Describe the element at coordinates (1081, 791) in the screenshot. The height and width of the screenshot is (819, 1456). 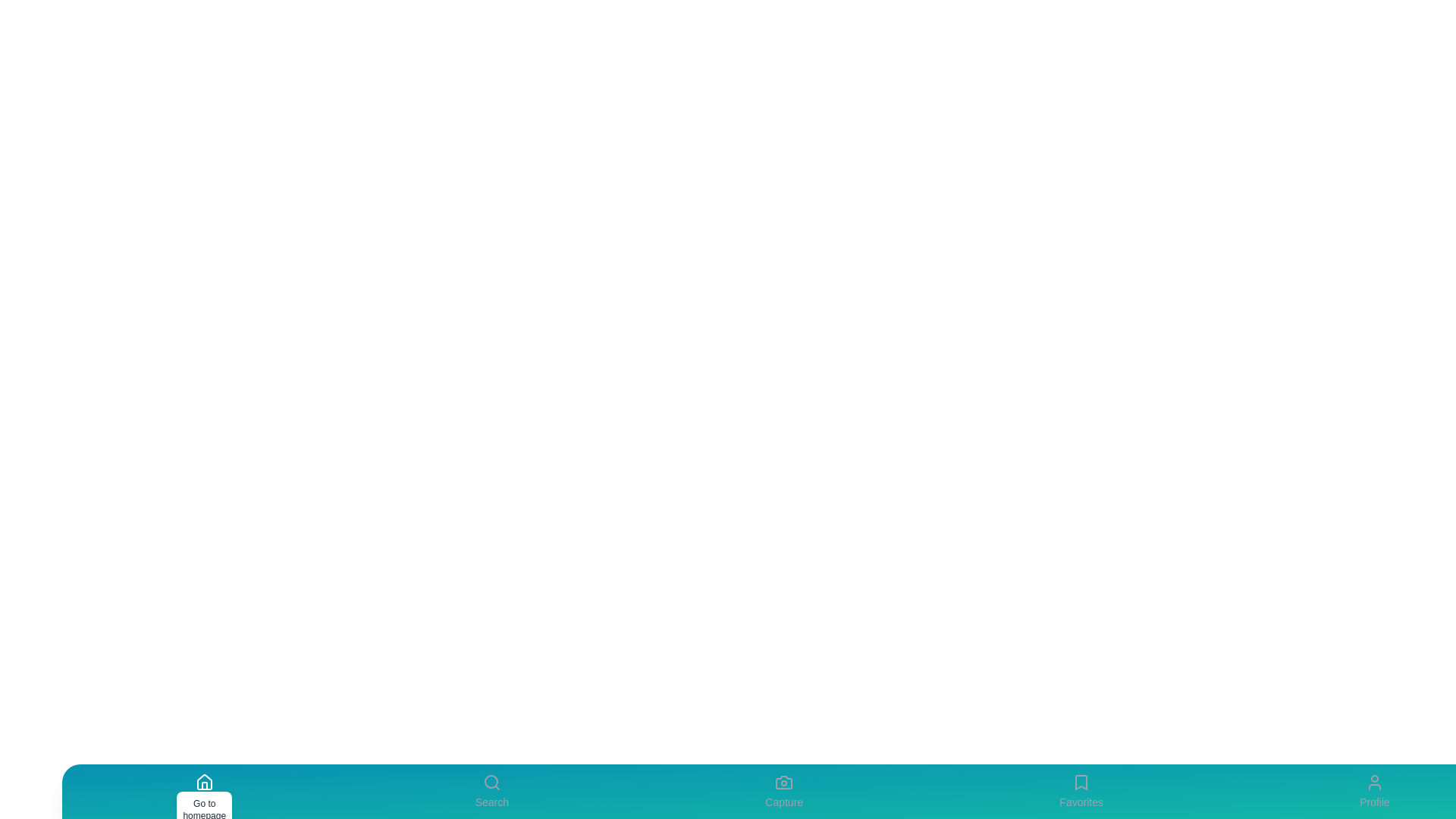
I see `the Favorites icon to perform its associated action` at that location.